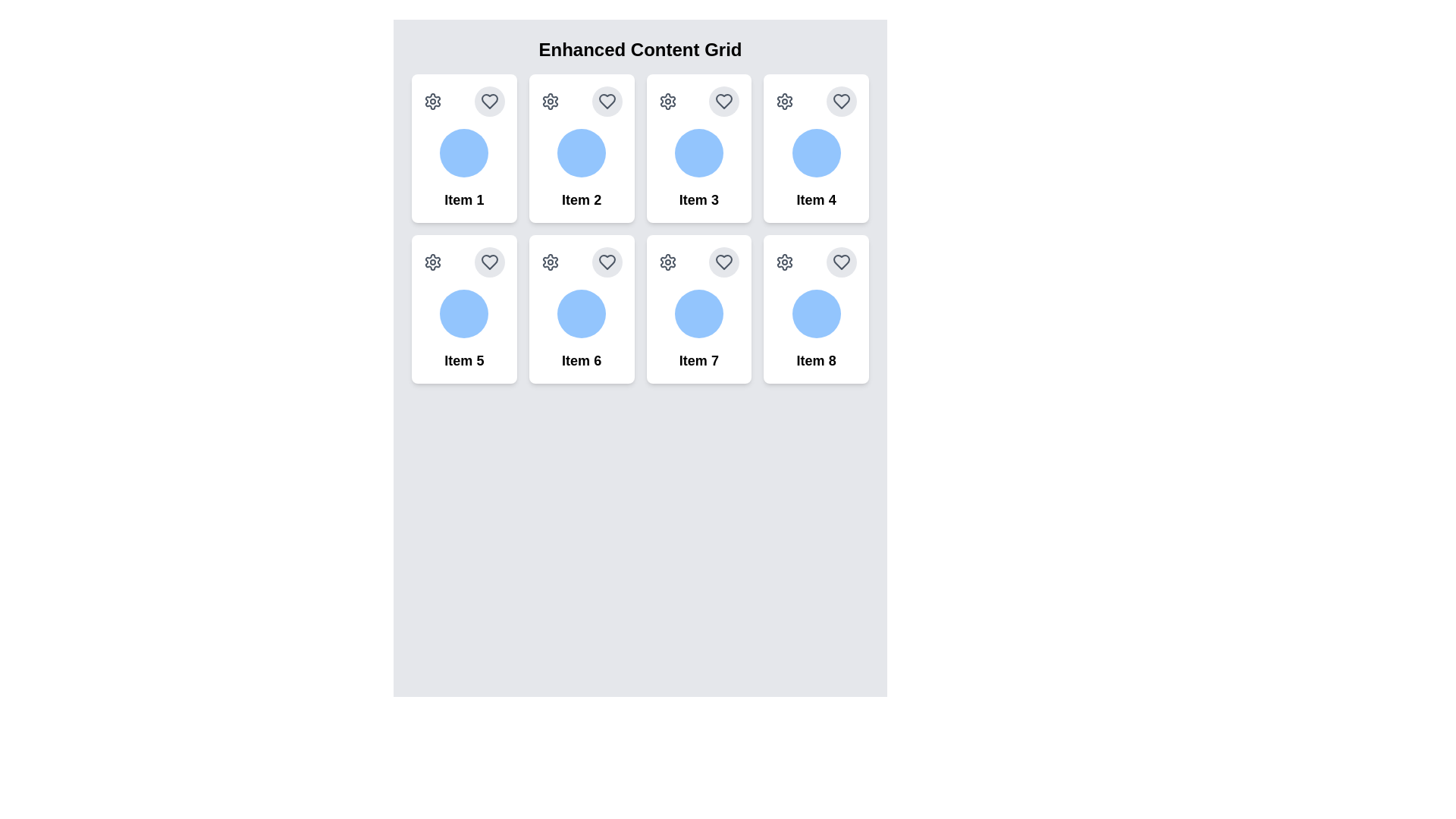  What do you see at coordinates (640, 49) in the screenshot?
I see `text heading displaying 'Enhanced Content Grid', which is styled in bold and located at the top of the content grid layout` at bounding box center [640, 49].